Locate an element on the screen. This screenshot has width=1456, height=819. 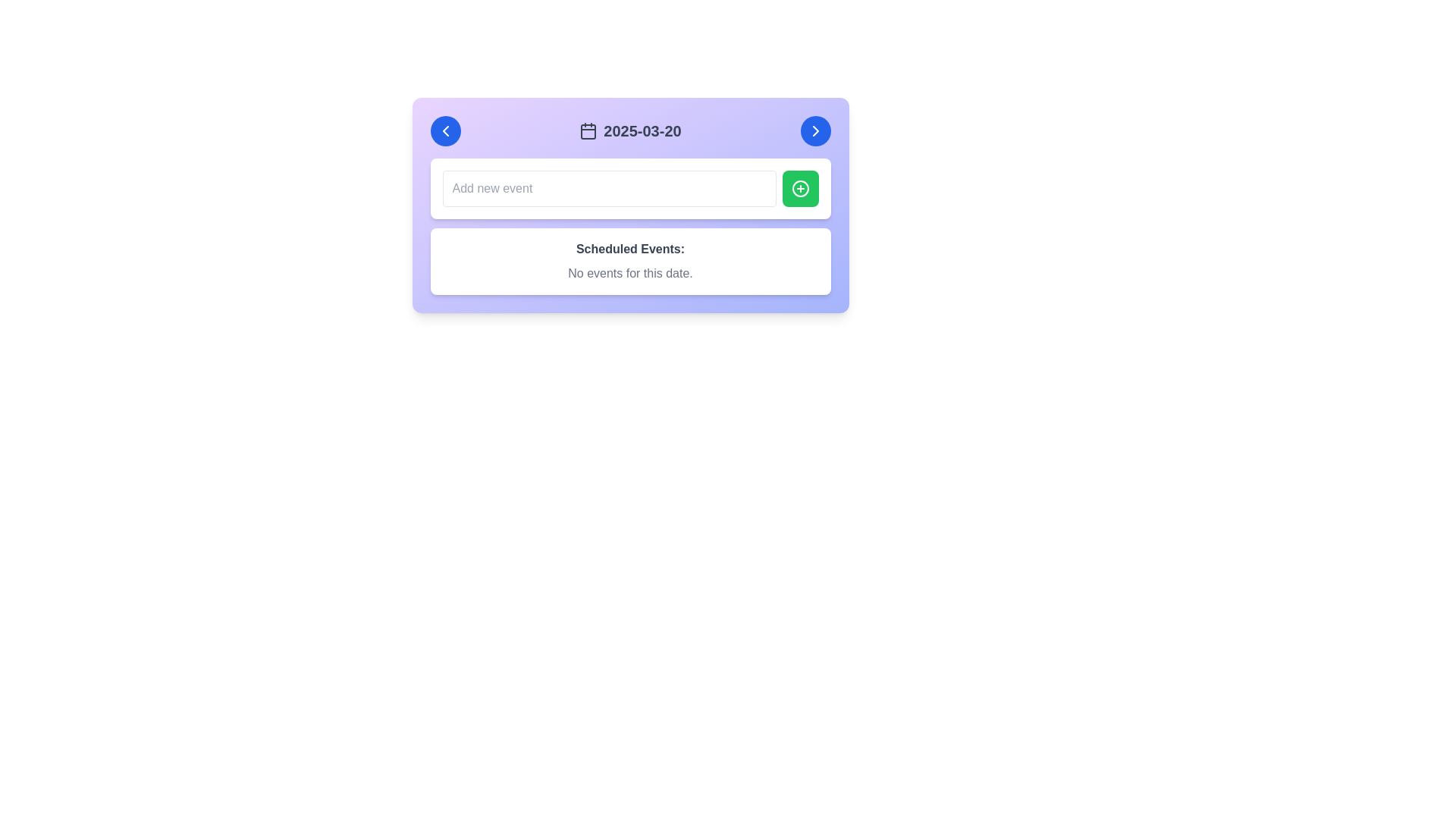
the circular 'Plus' button with a green background and white cross icon, located to the right of the 'Add new event' input field, using keyboard navigation is located at coordinates (799, 188).